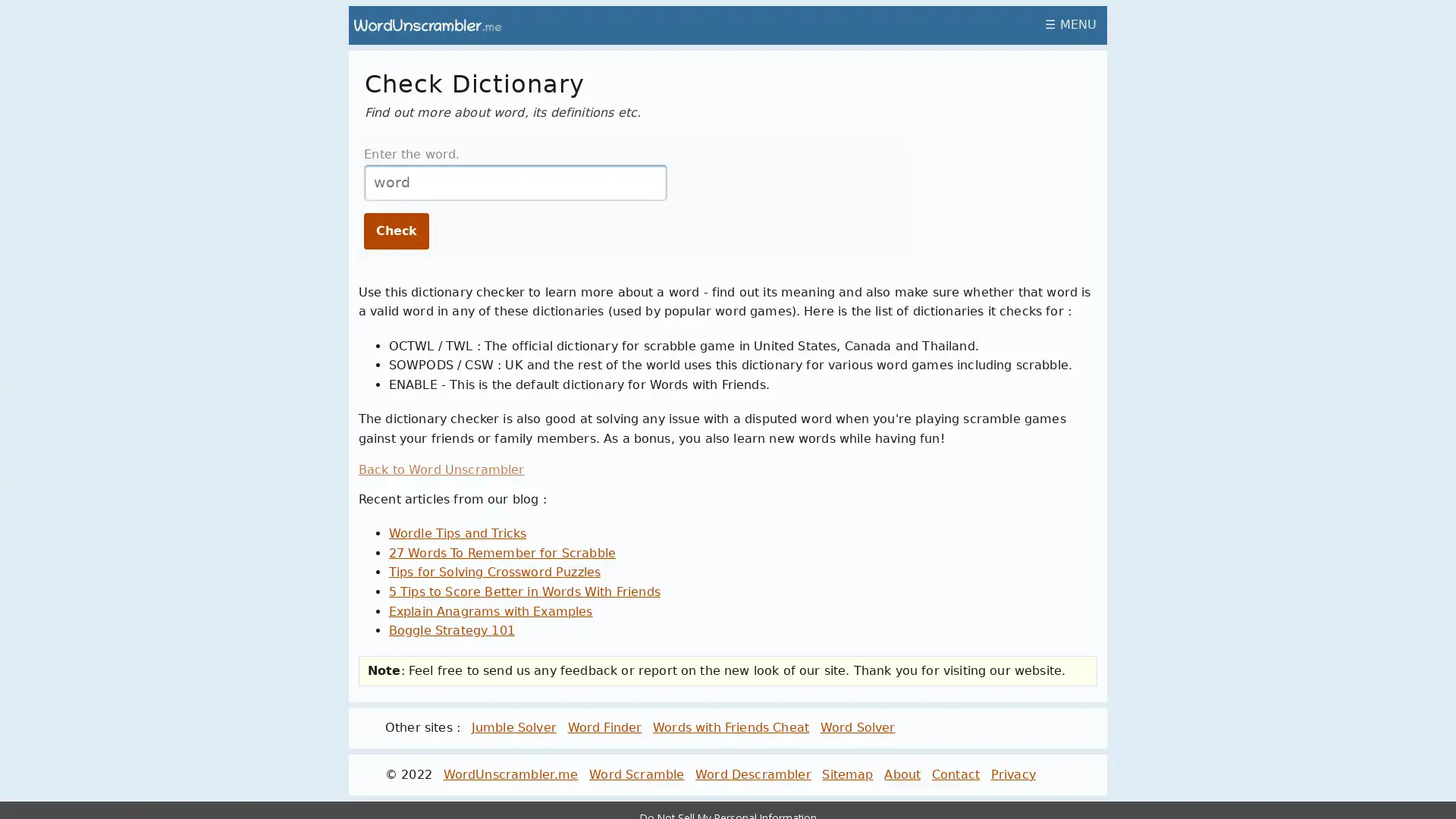 The image size is (1456, 819). What do you see at coordinates (397, 231) in the screenshot?
I see `Check` at bounding box center [397, 231].